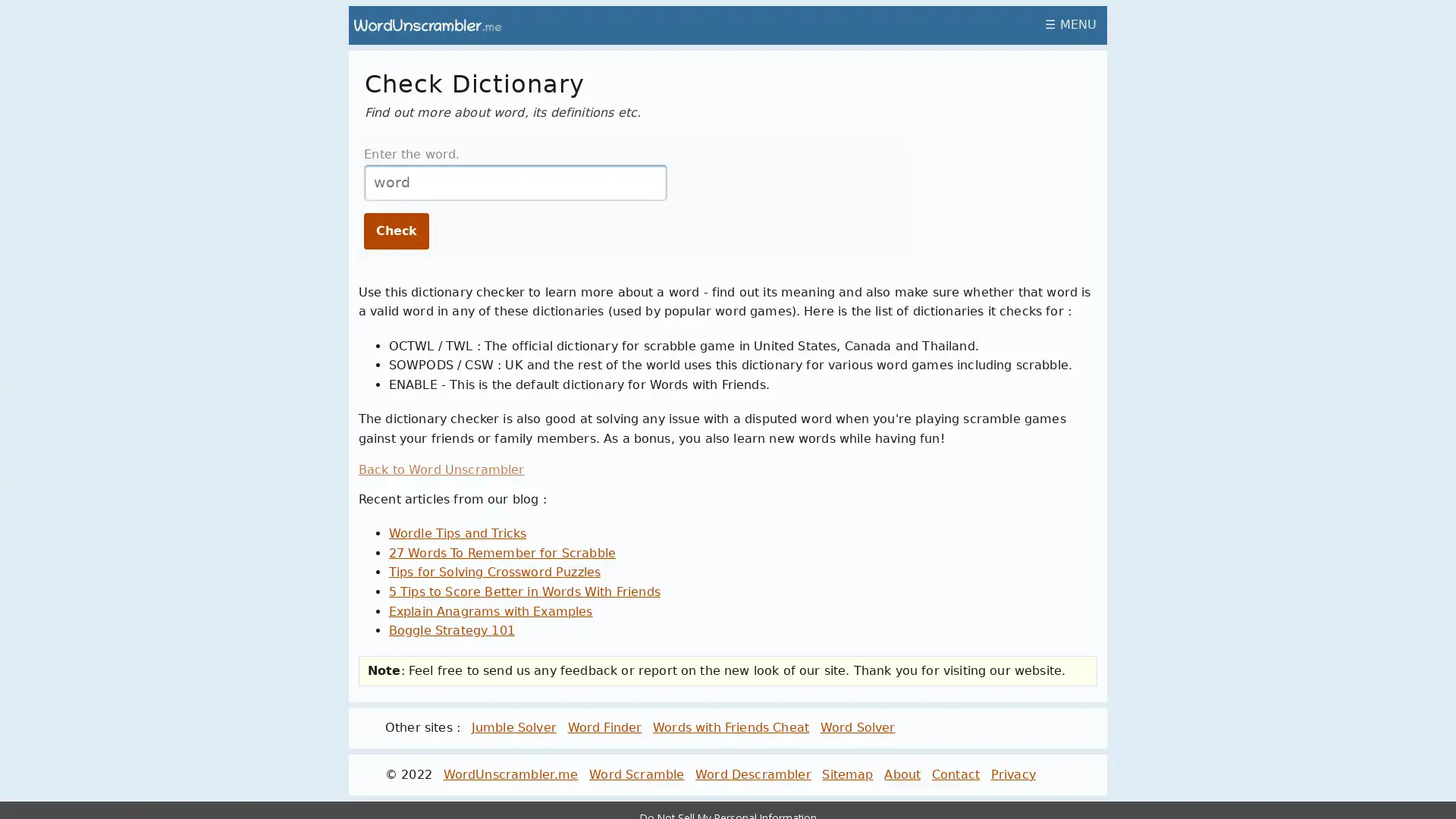 The image size is (1456, 819). What do you see at coordinates (397, 231) in the screenshot?
I see `Check` at bounding box center [397, 231].